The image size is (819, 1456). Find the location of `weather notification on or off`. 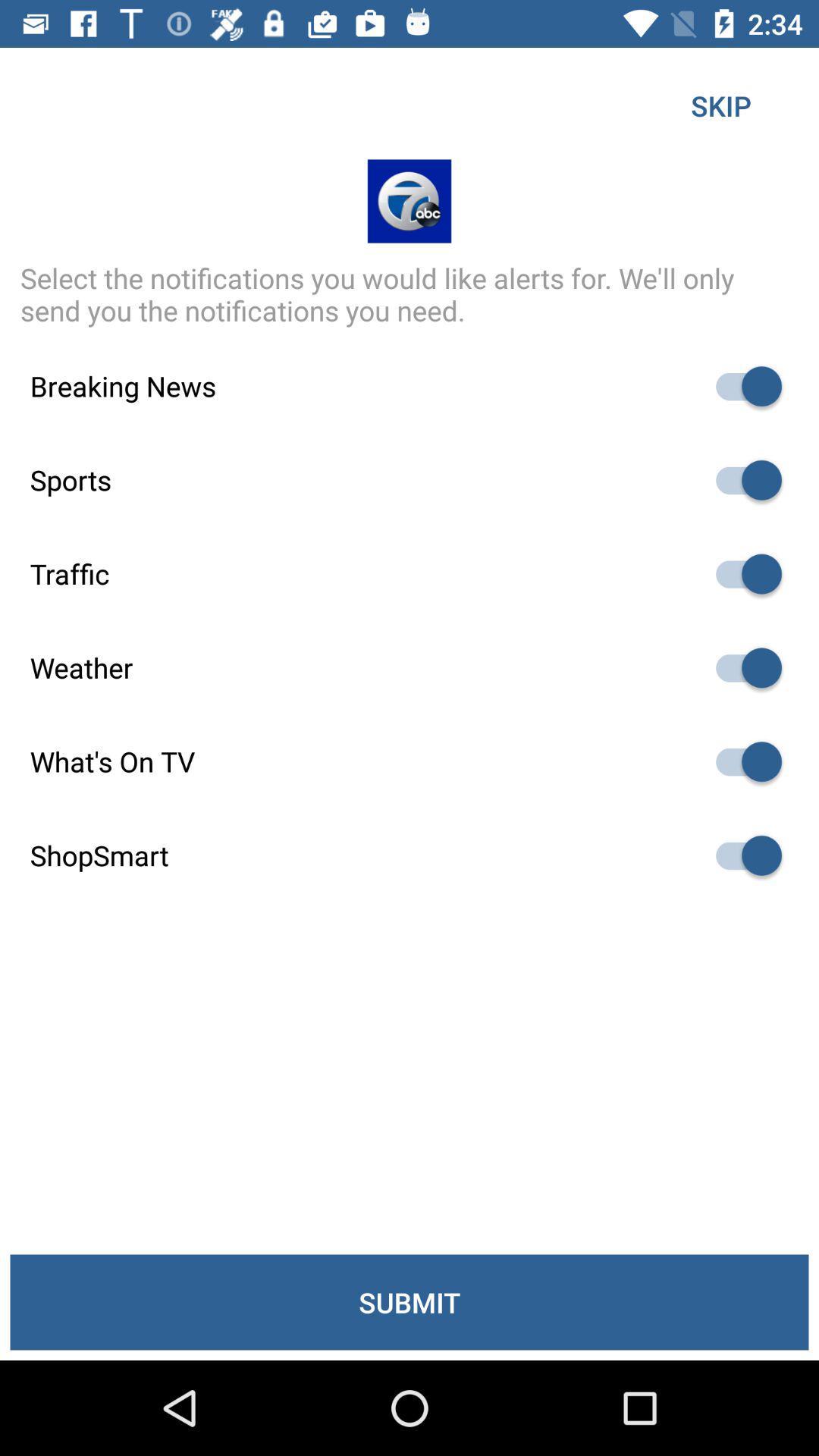

weather notification on or off is located at coordinates (741, 667).